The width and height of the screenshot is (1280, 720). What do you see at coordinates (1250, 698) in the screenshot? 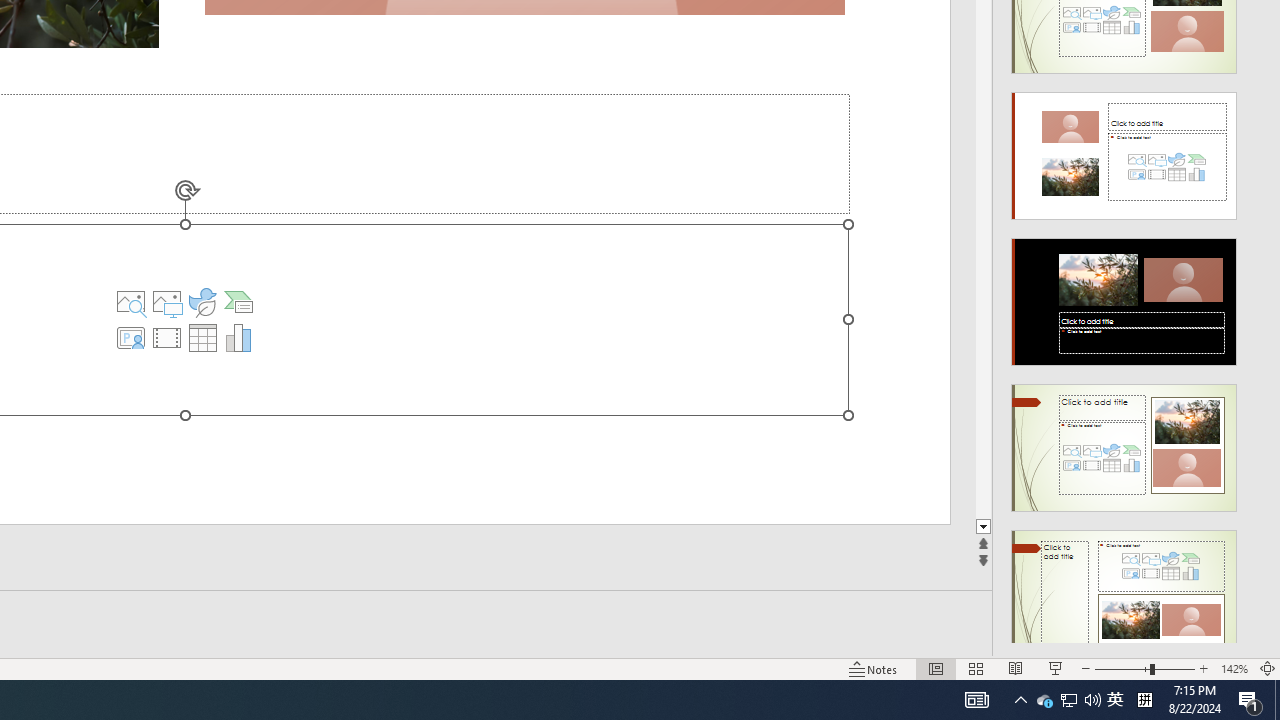
I see `'Action Center, 1 new notification'` at bounding box center [1250, 698].